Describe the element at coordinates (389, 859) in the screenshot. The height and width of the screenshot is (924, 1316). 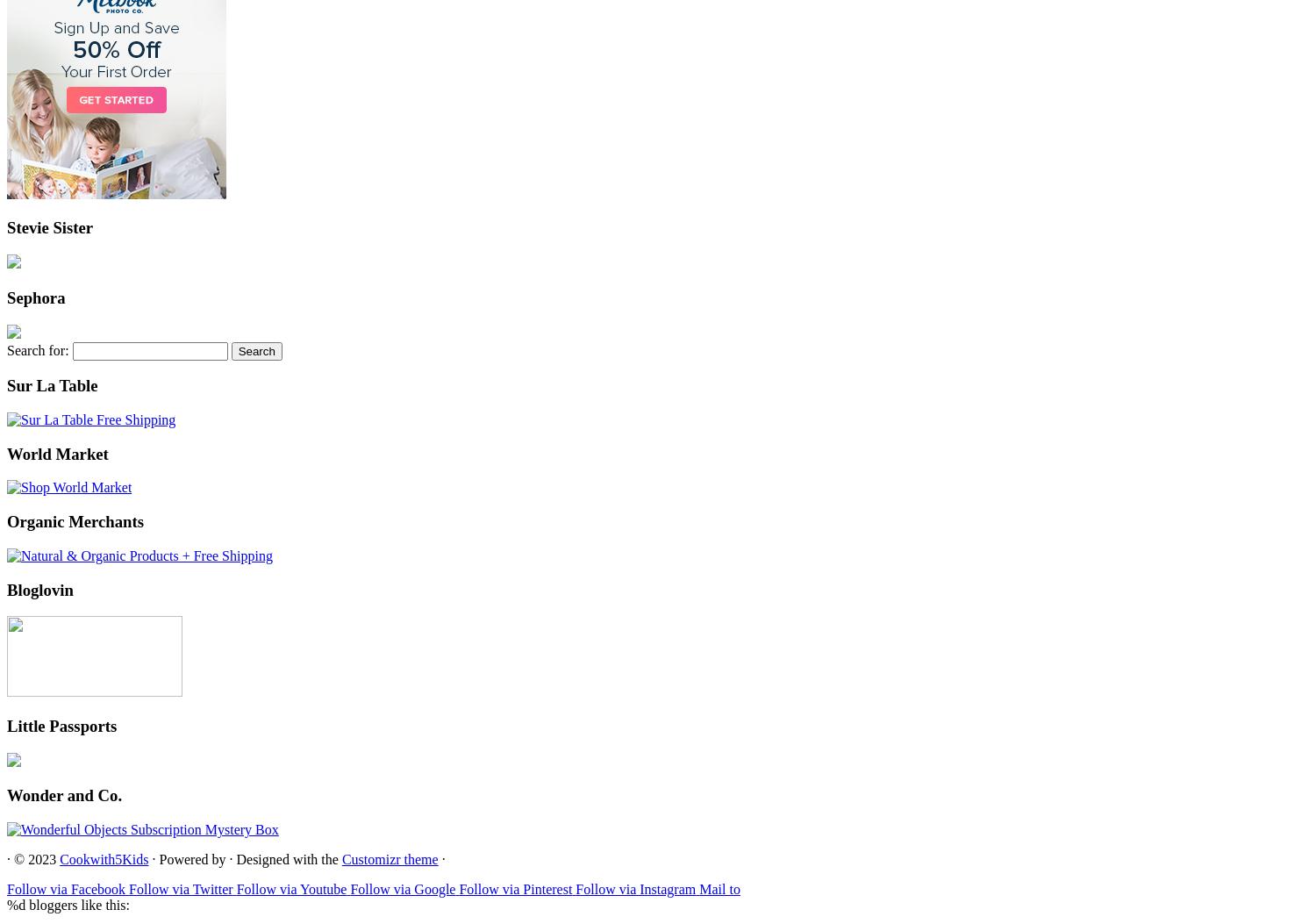
I see `'Customizr theme'` at that location.